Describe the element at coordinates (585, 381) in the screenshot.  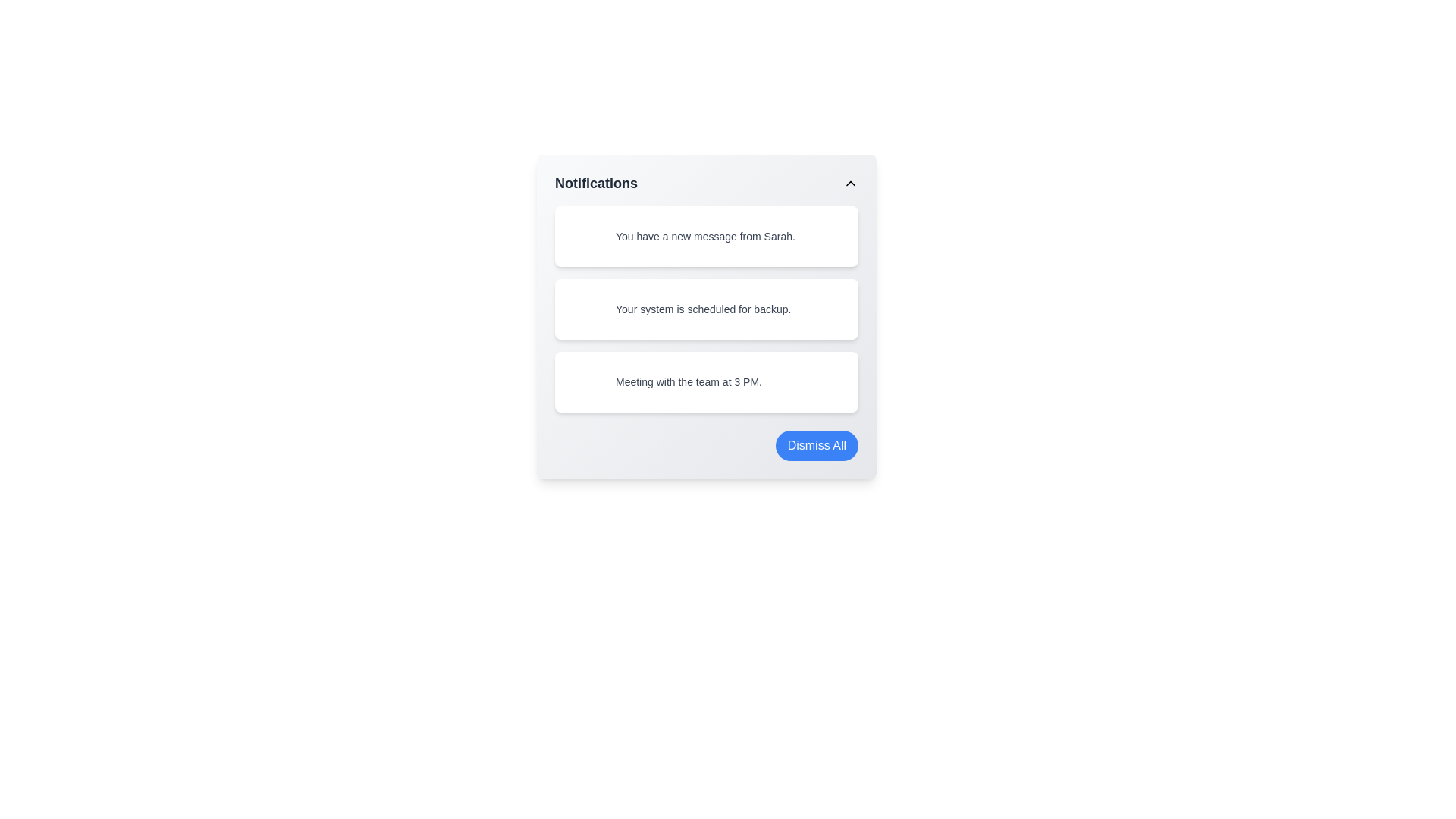
I see `the user silhouette icon within the circular button located in the third notification card labeled 'Meeting with the team at 3 PM.'` at that location.